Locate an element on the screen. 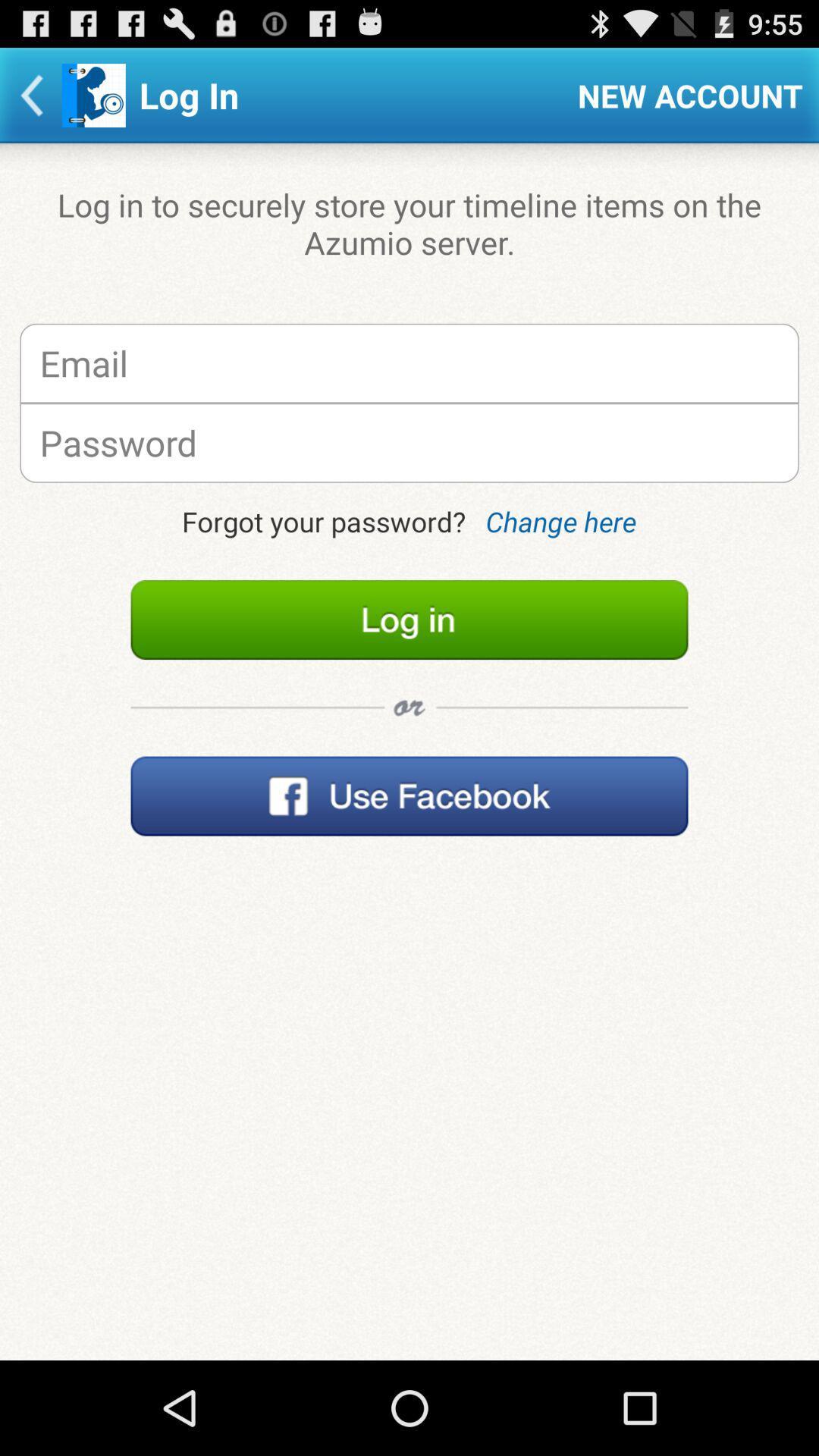  icon to the right of the log in icon is located at coordinates (690, 94).